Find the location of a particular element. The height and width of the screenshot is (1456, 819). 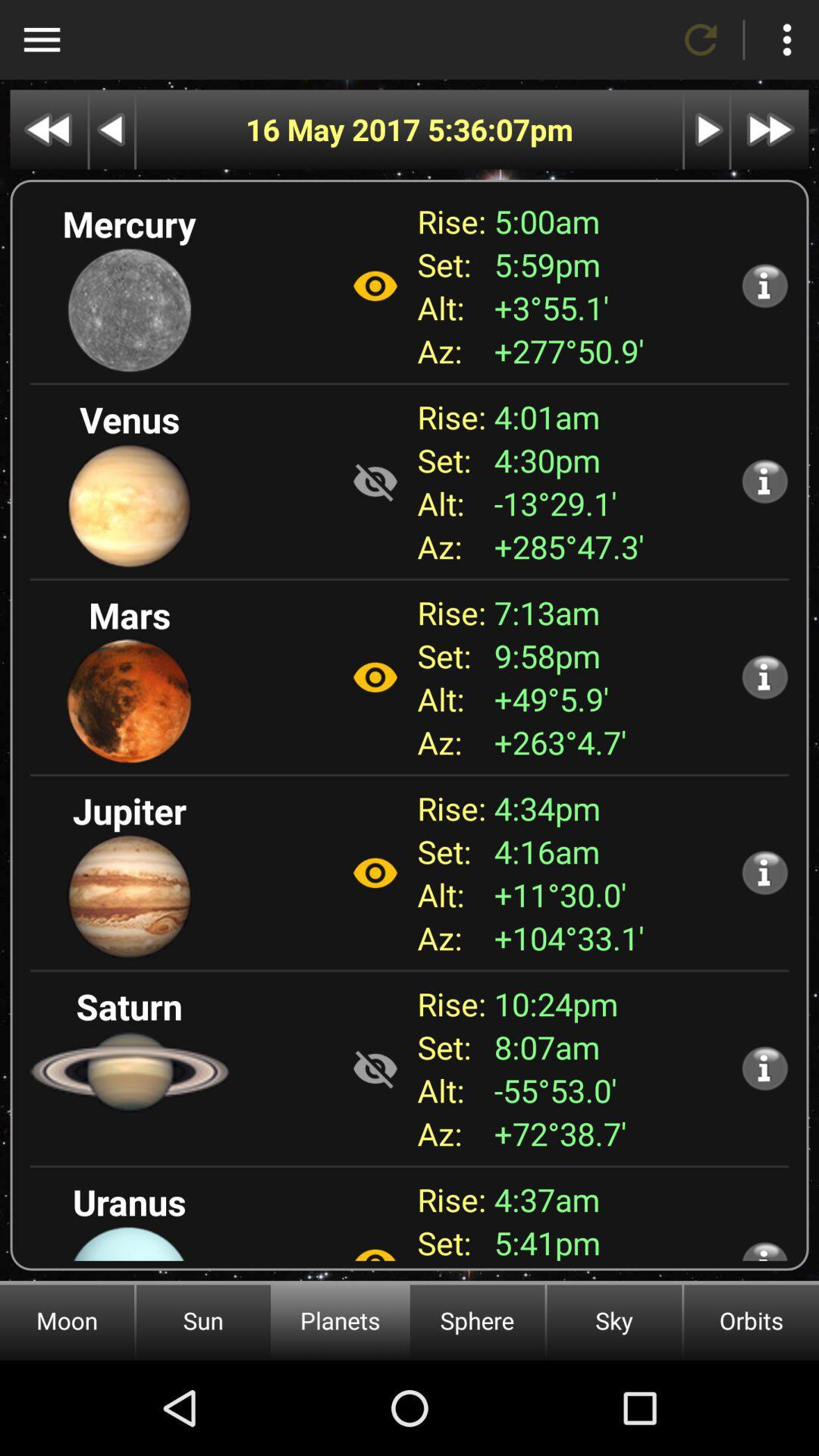

hide planet is located at coordinates (375, 481).